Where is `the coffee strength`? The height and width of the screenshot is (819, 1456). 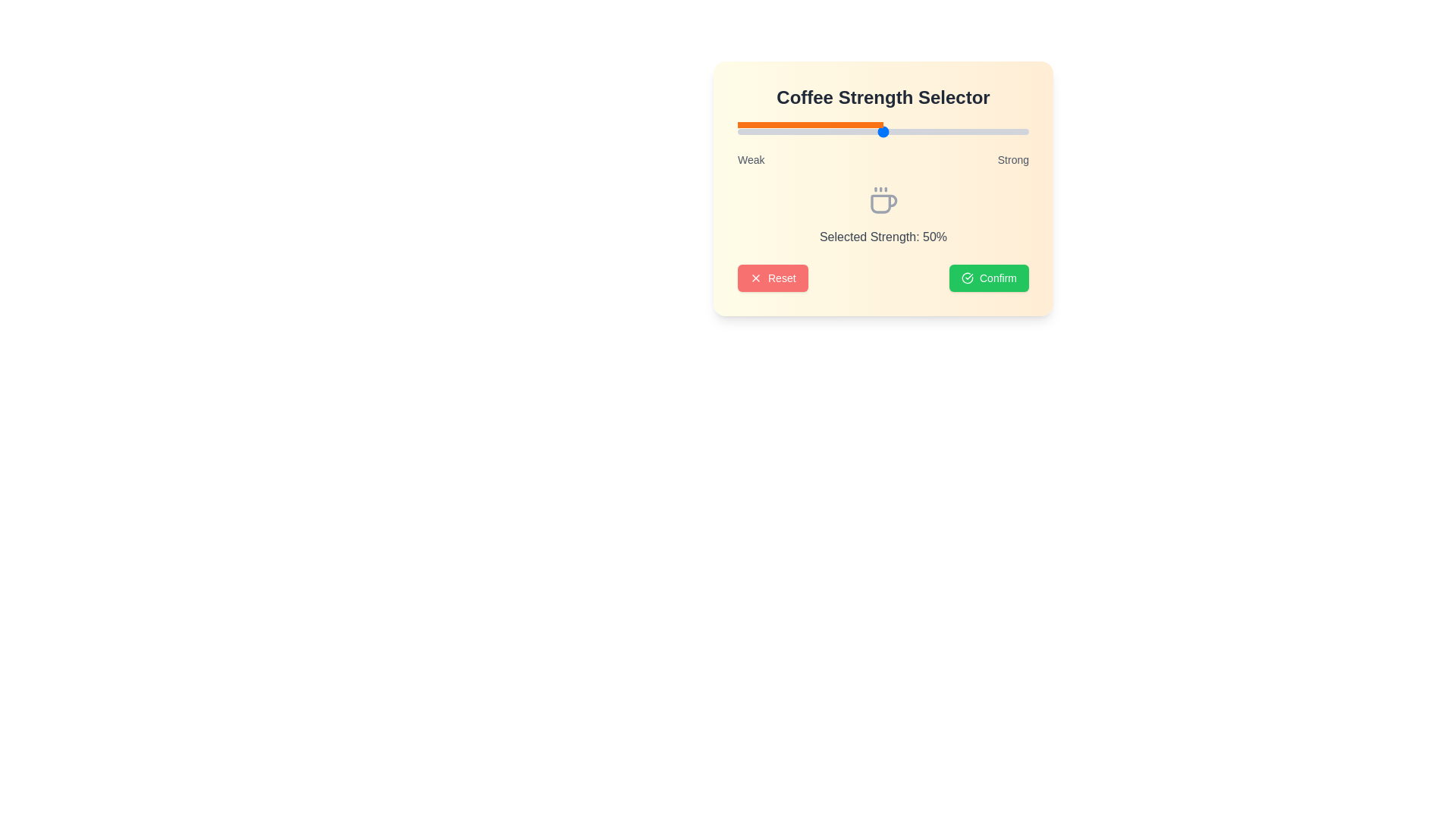
the coffee strength is located at coordinates (999, 130).